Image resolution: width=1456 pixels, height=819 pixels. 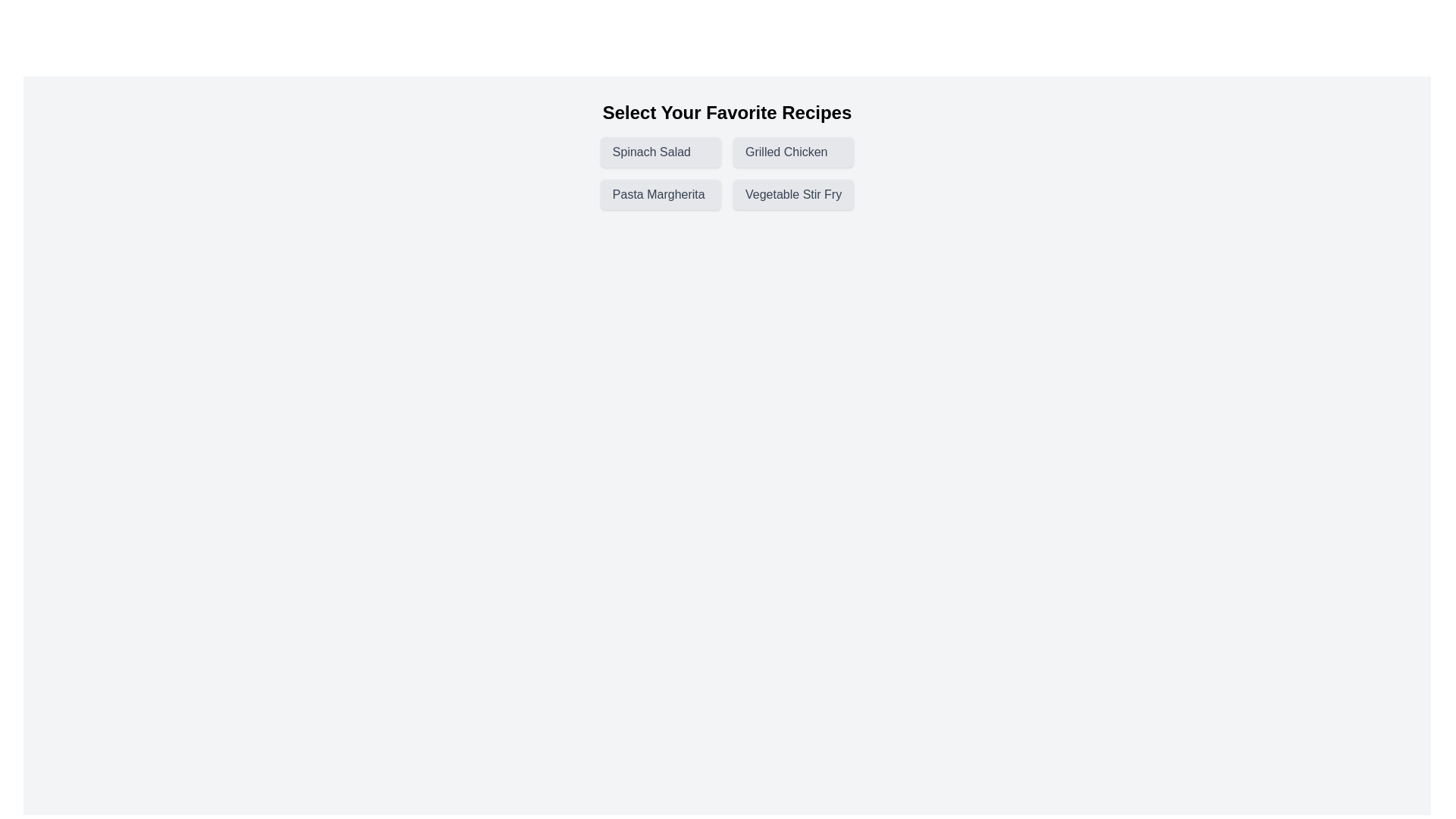 I want to click on the recipe card labeled 'Spinach Salad' to observe the visual feedback, so click(x=660, y=152).